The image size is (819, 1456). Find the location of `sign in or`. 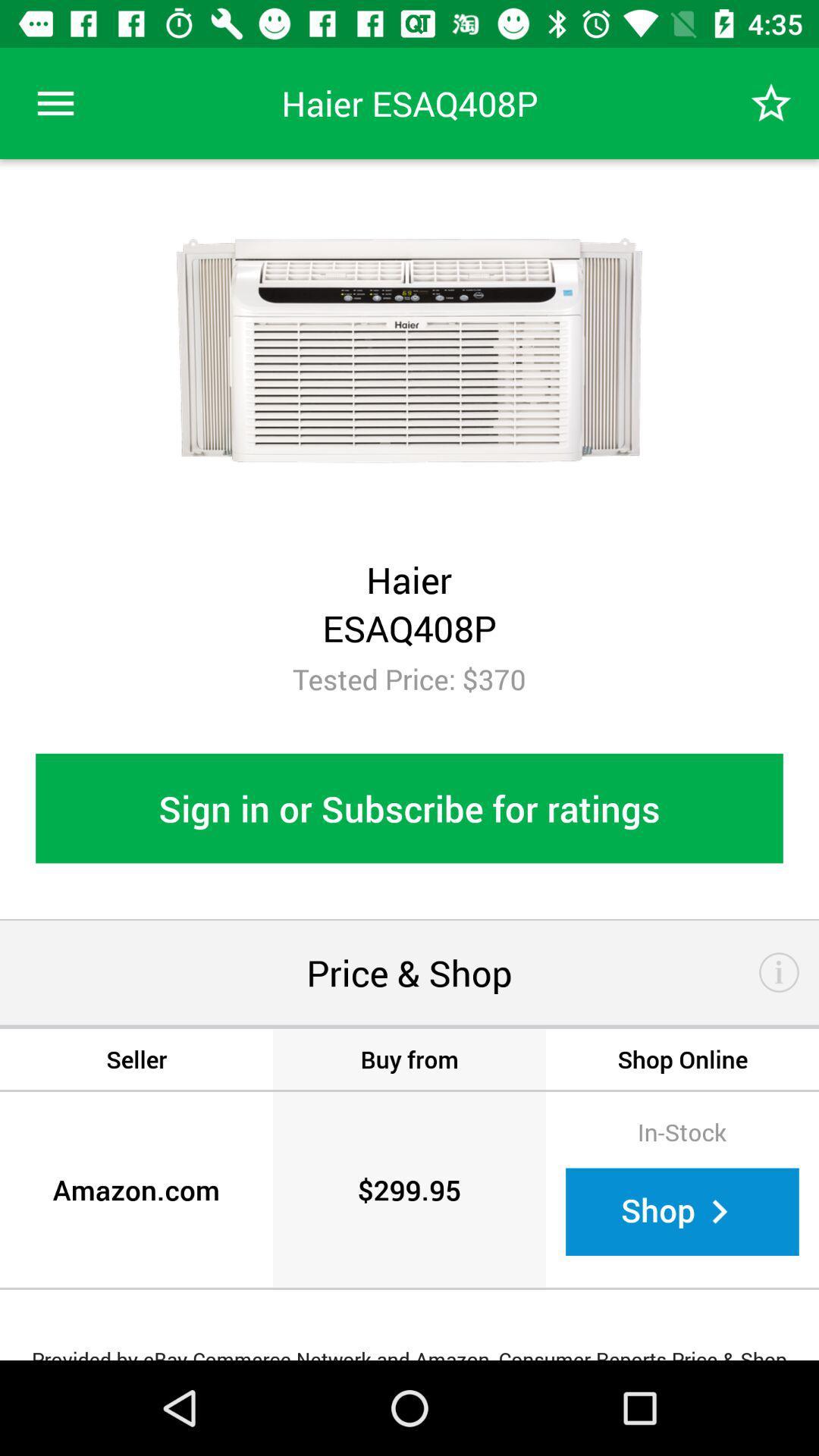

sign in or is located at coordinates (409, 808).